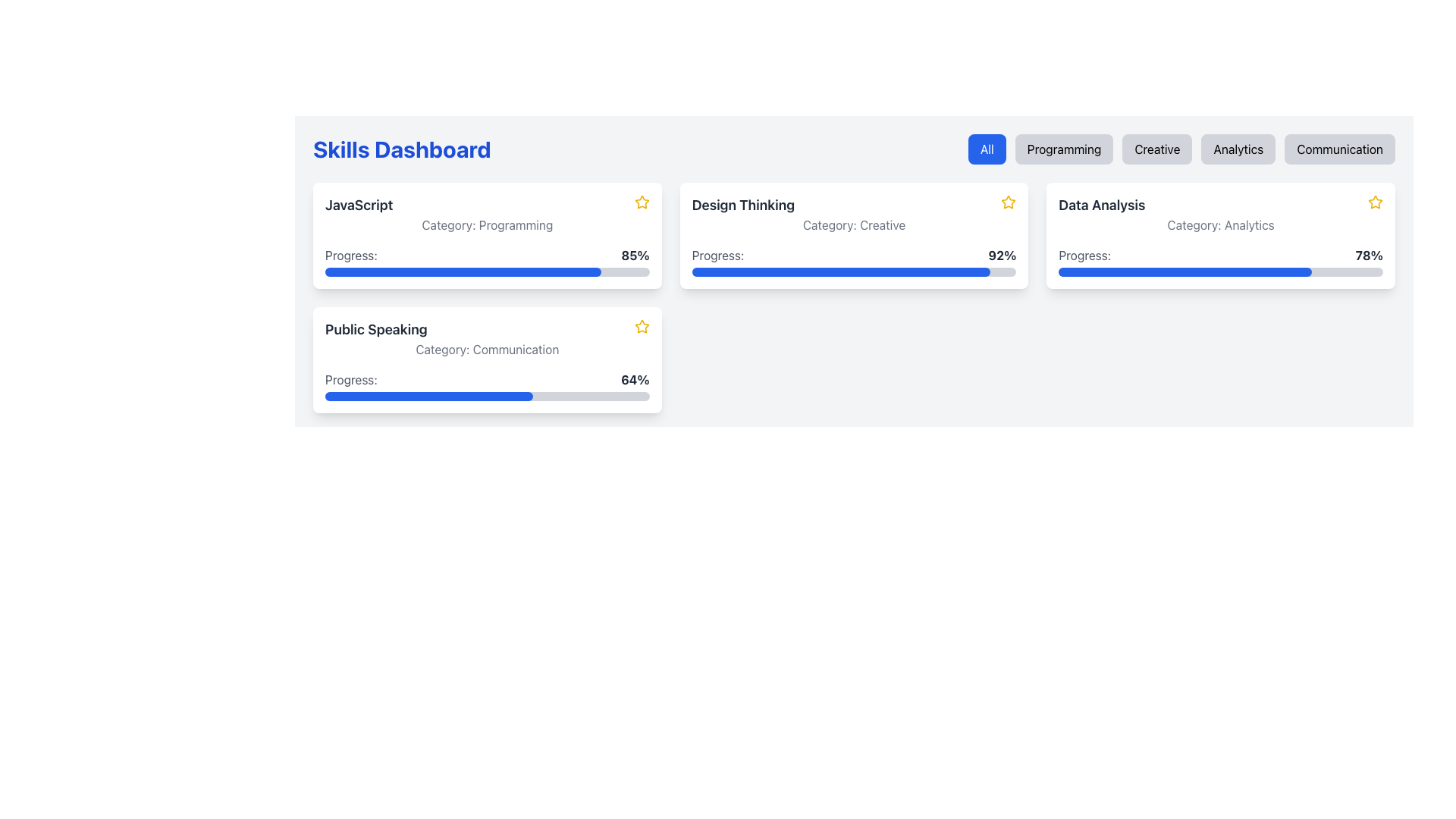 This screenshot has height=819, width=1456. Describe the element at coordinates (1009, 201) in the screenshot. I see `the vibrant yellow star-shaped icon located in the top-right corner of the 'Design Thinking' card` at that location.